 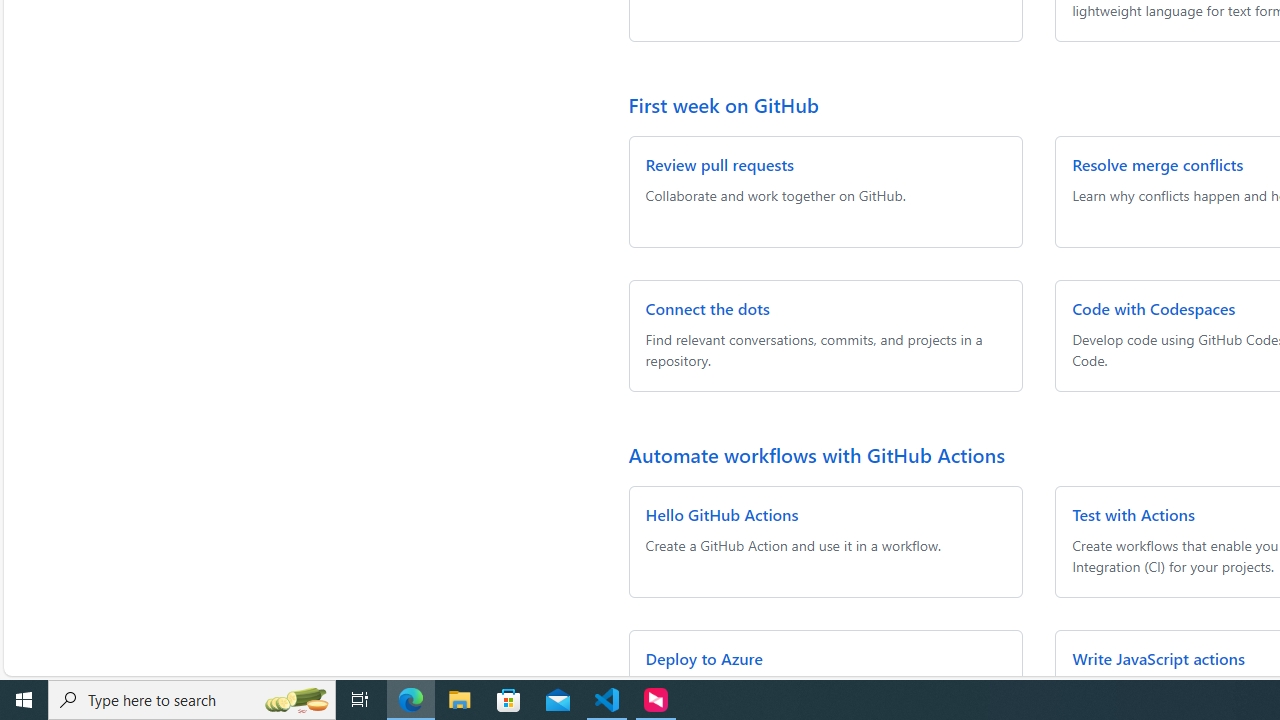 I want to click on 'Automate workflows with GitHub Actions', so click(x=816, y=454).